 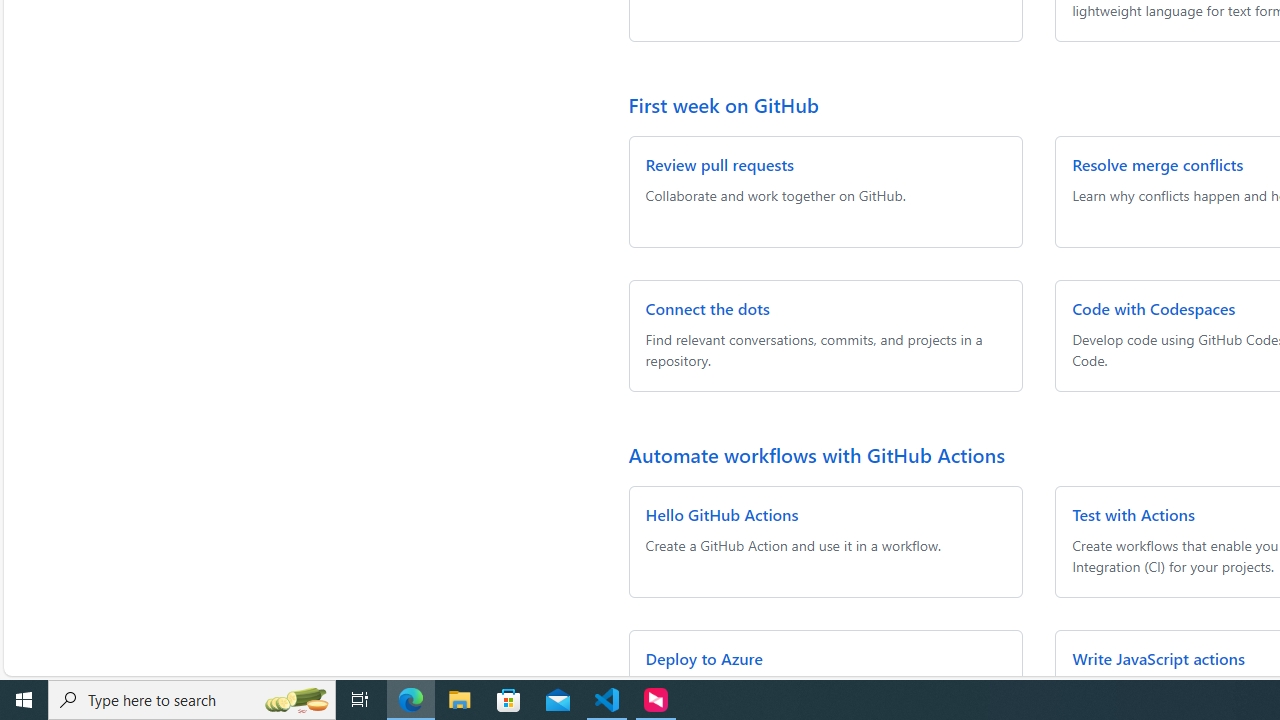 I want to click on 'Automate workflows with GitHub Actions', so click(x=816, y=454).